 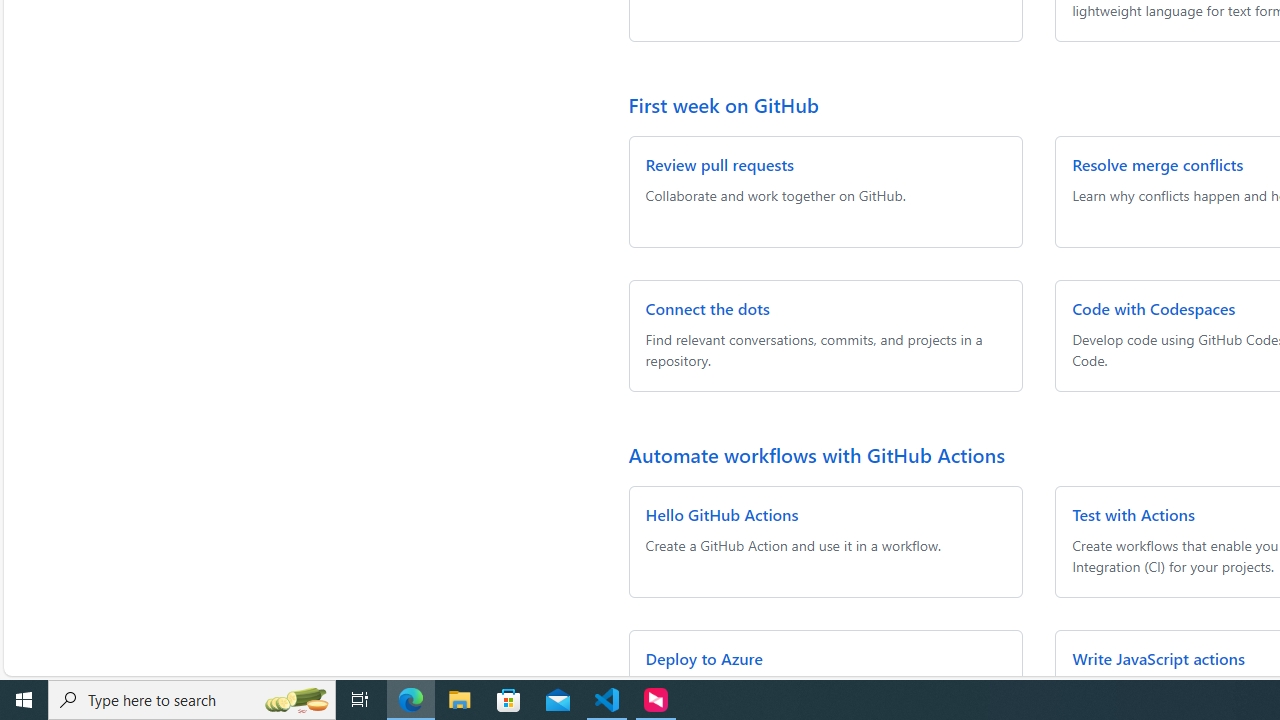 I want to click on 'Automate workflows with GitHub Actions', so click(x=816, y=454).